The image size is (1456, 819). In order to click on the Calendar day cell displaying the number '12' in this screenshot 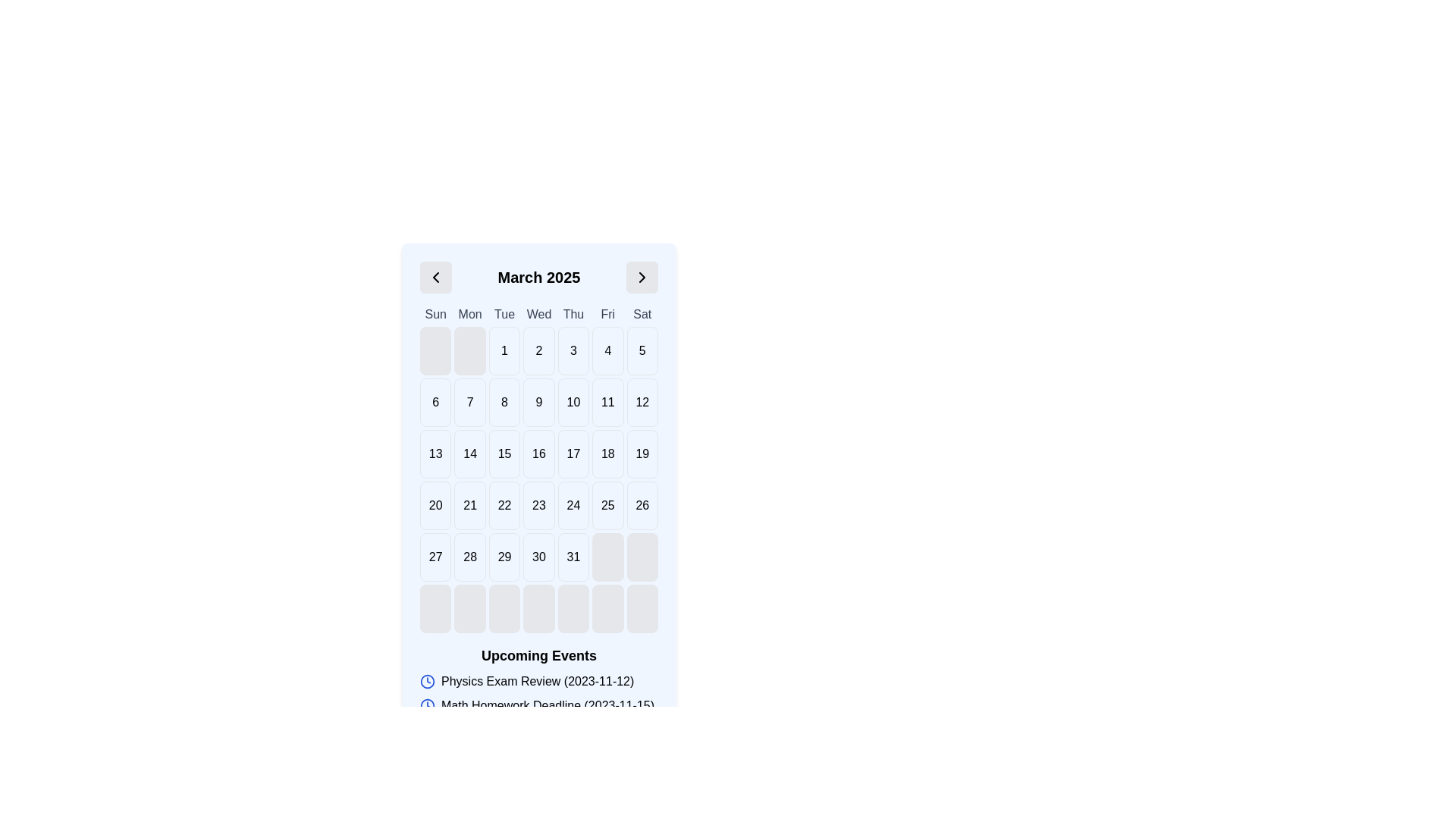, I will do `click(642, 402)`.